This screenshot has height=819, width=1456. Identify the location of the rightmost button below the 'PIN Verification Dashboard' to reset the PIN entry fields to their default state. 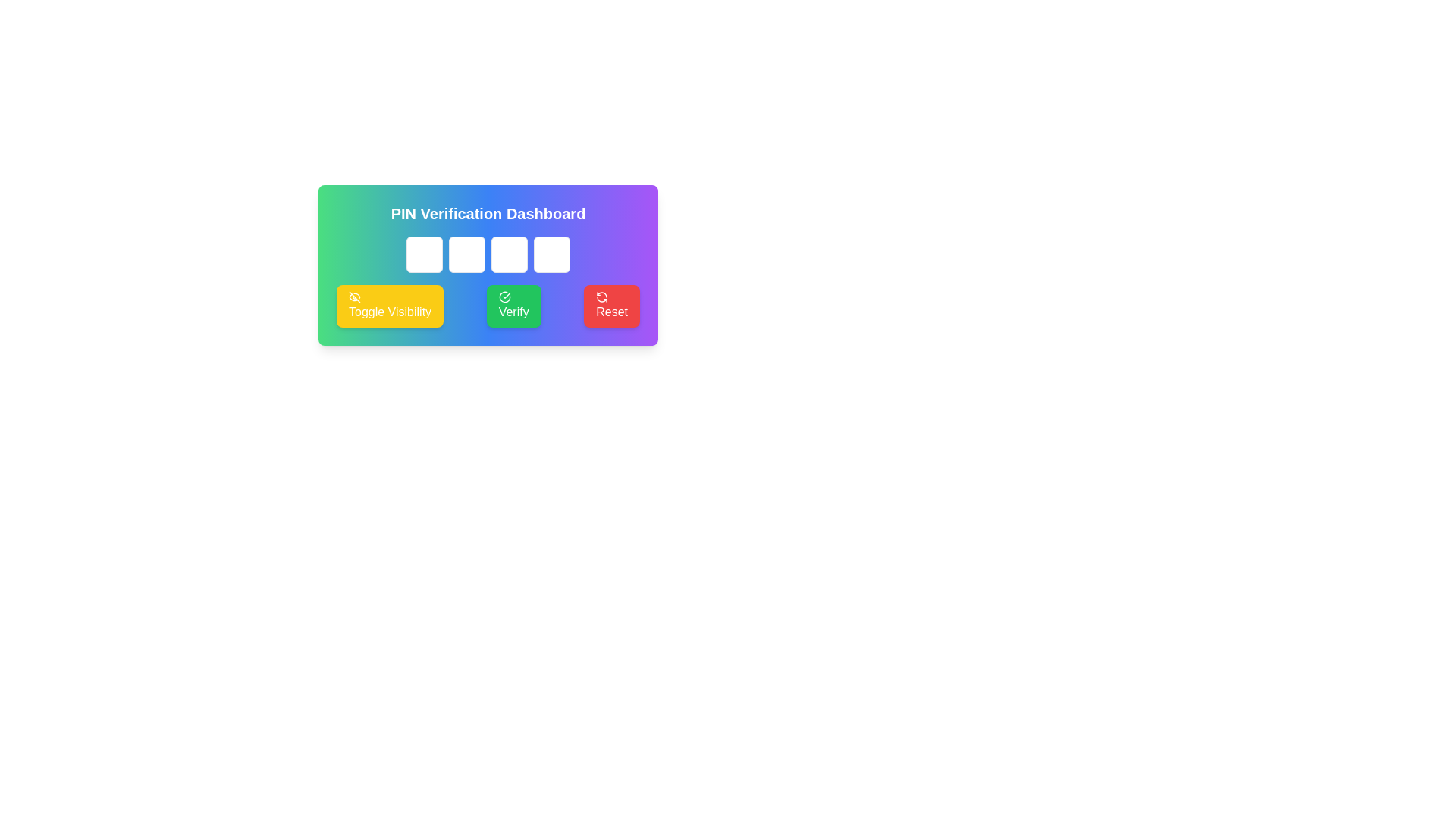
(612, 306).